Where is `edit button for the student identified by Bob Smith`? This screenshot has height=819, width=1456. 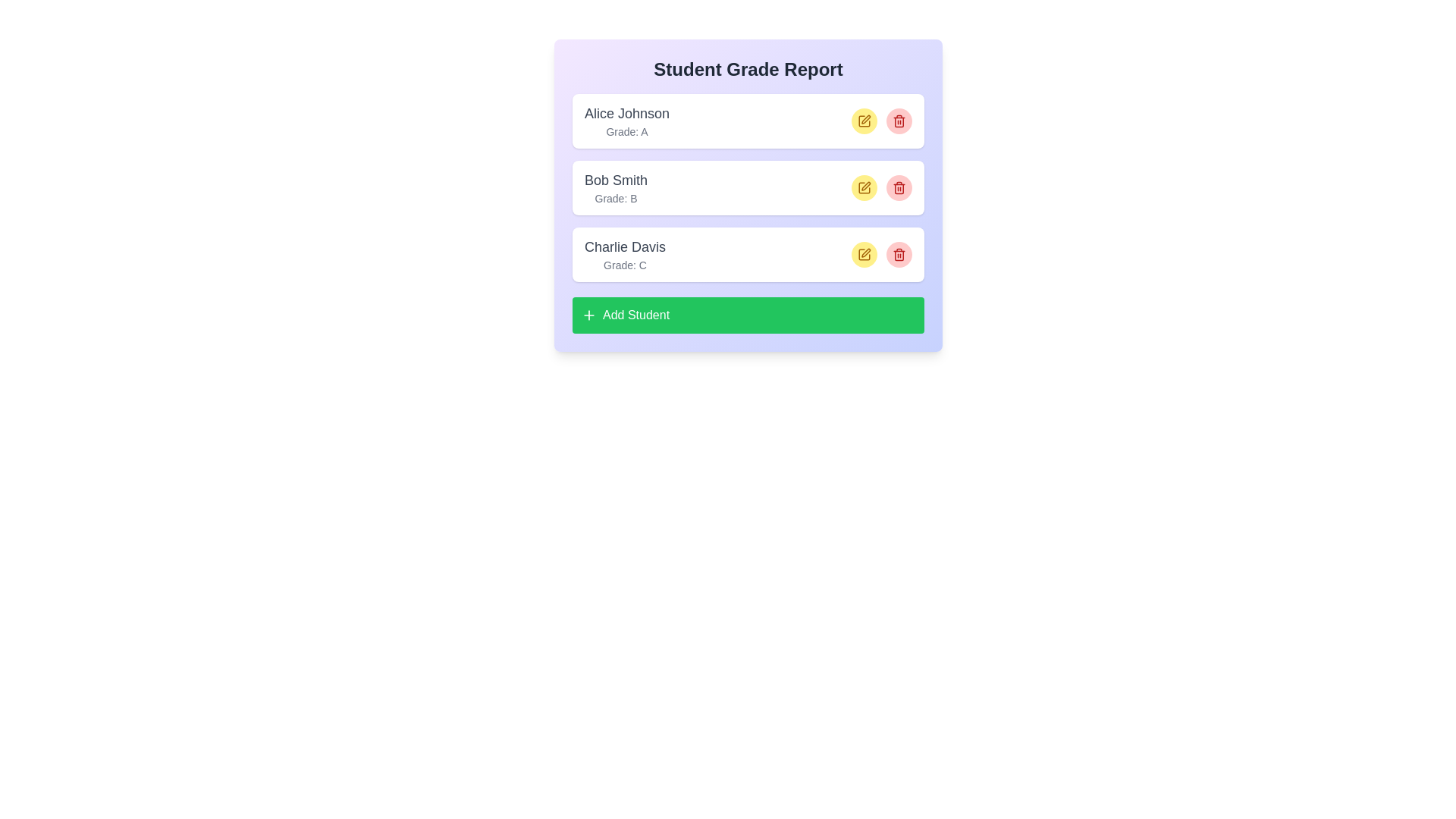 edit button for the student identified by Bob Smith is located at coordinates (864, 187).